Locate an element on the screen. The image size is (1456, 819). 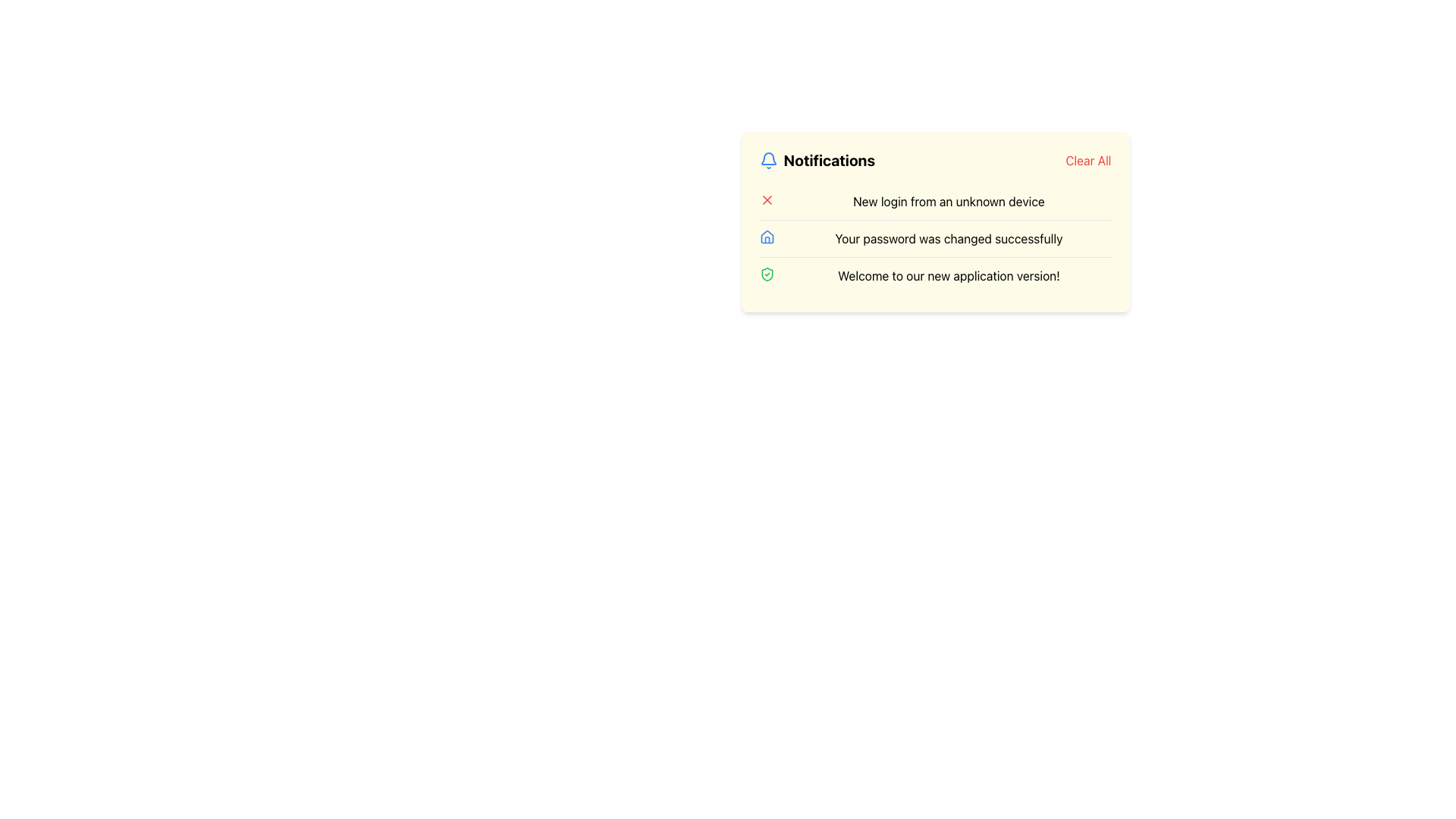
the second notification in the notification panel that displays the message 'Your password was changed successfully' is located at coordinates (934, 238).